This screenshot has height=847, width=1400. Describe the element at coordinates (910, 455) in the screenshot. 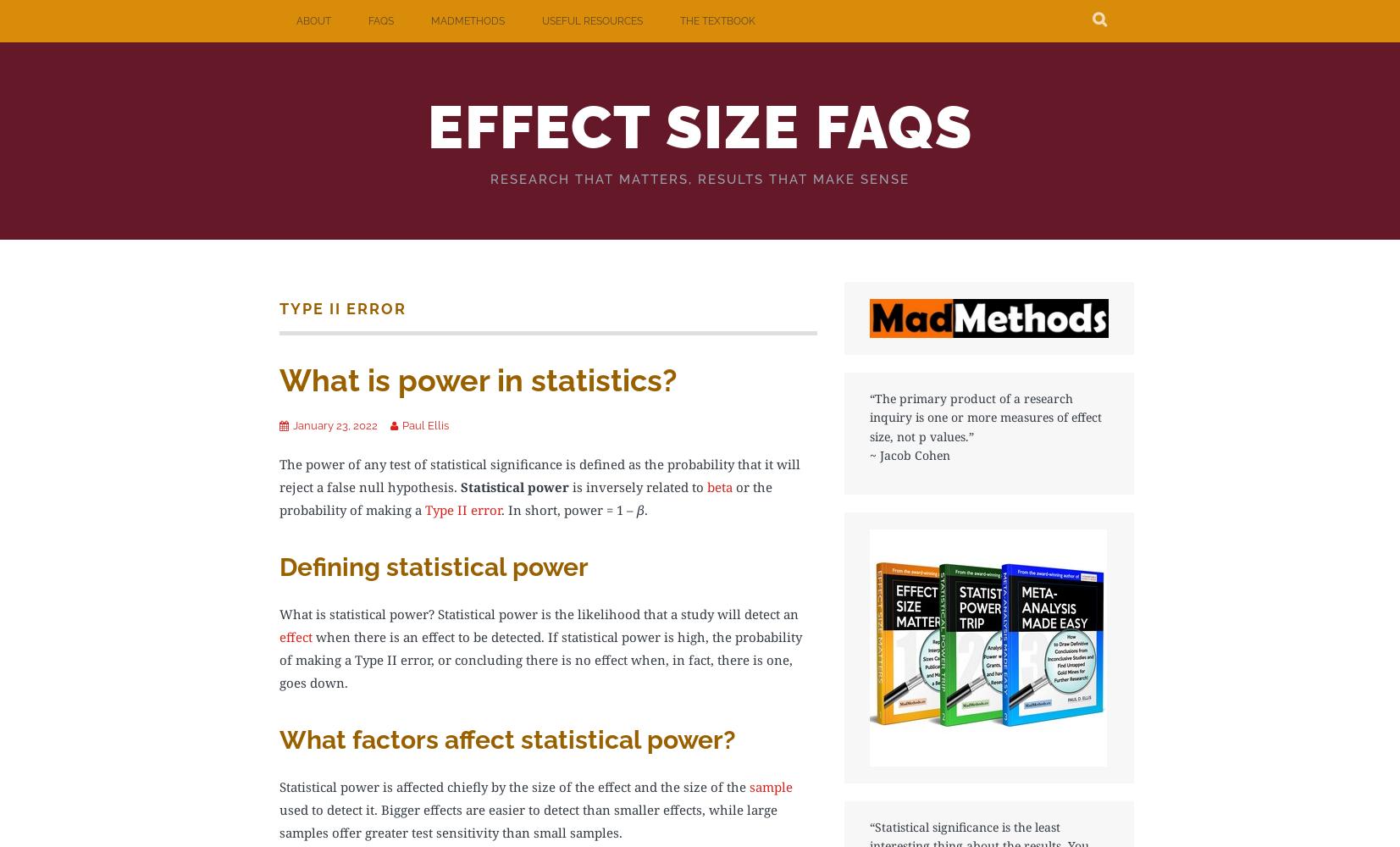

I see `'~ Jacob Cohen'` at that location.